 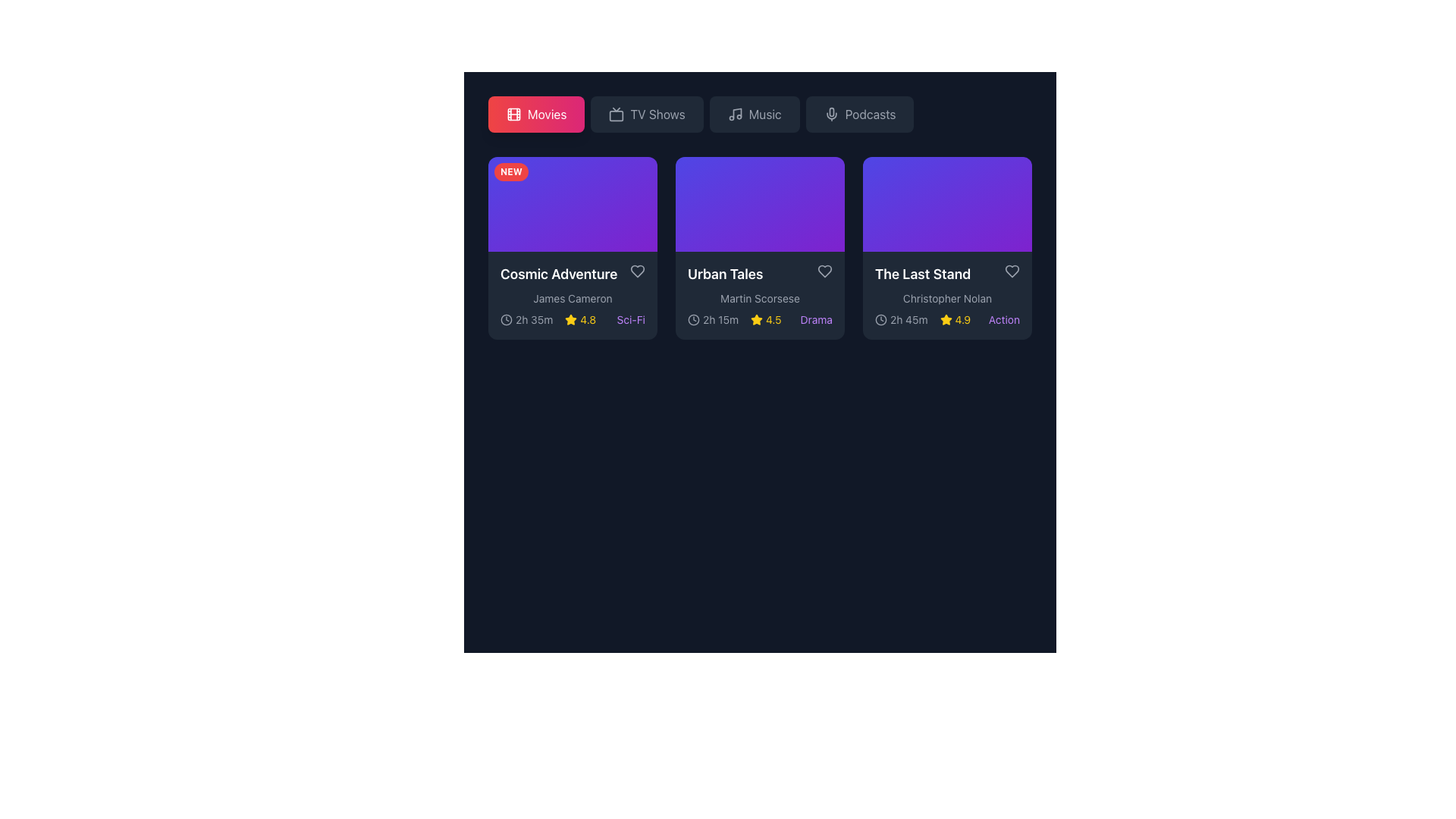 What do you see at coordinates (755, 113) in the screenshot?
I see `the 'Music' button, which has a rounded appearance with a dark background and light gray text` at bounding box center [755, 113].